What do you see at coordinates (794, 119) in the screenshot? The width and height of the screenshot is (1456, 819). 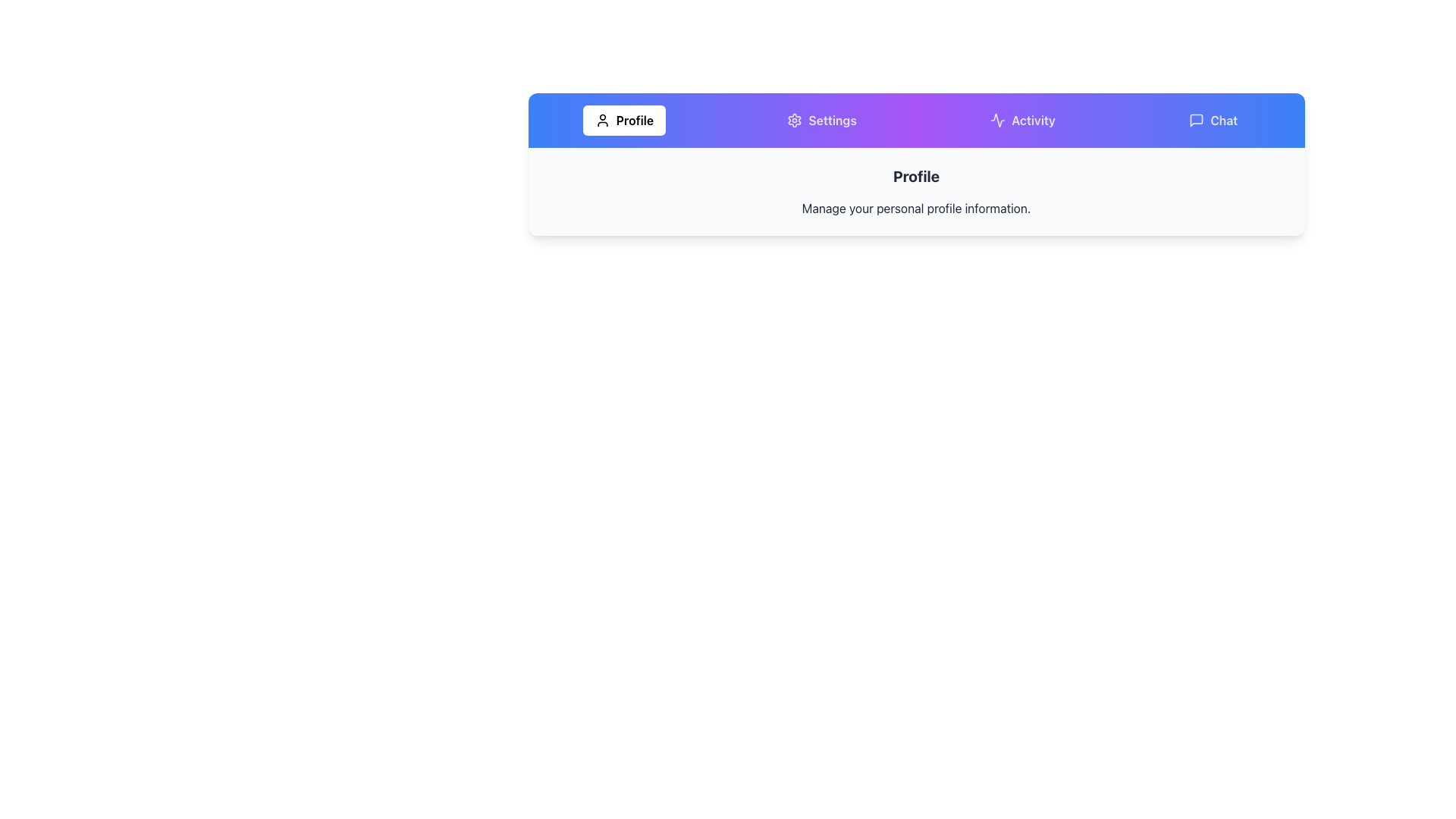 I see `the decorative icon that serves as a visual indicator for the 'Settings' navigation option, which is located to the left of the text 'Settings' in the navigation bar` at bounding box center [794, 119].